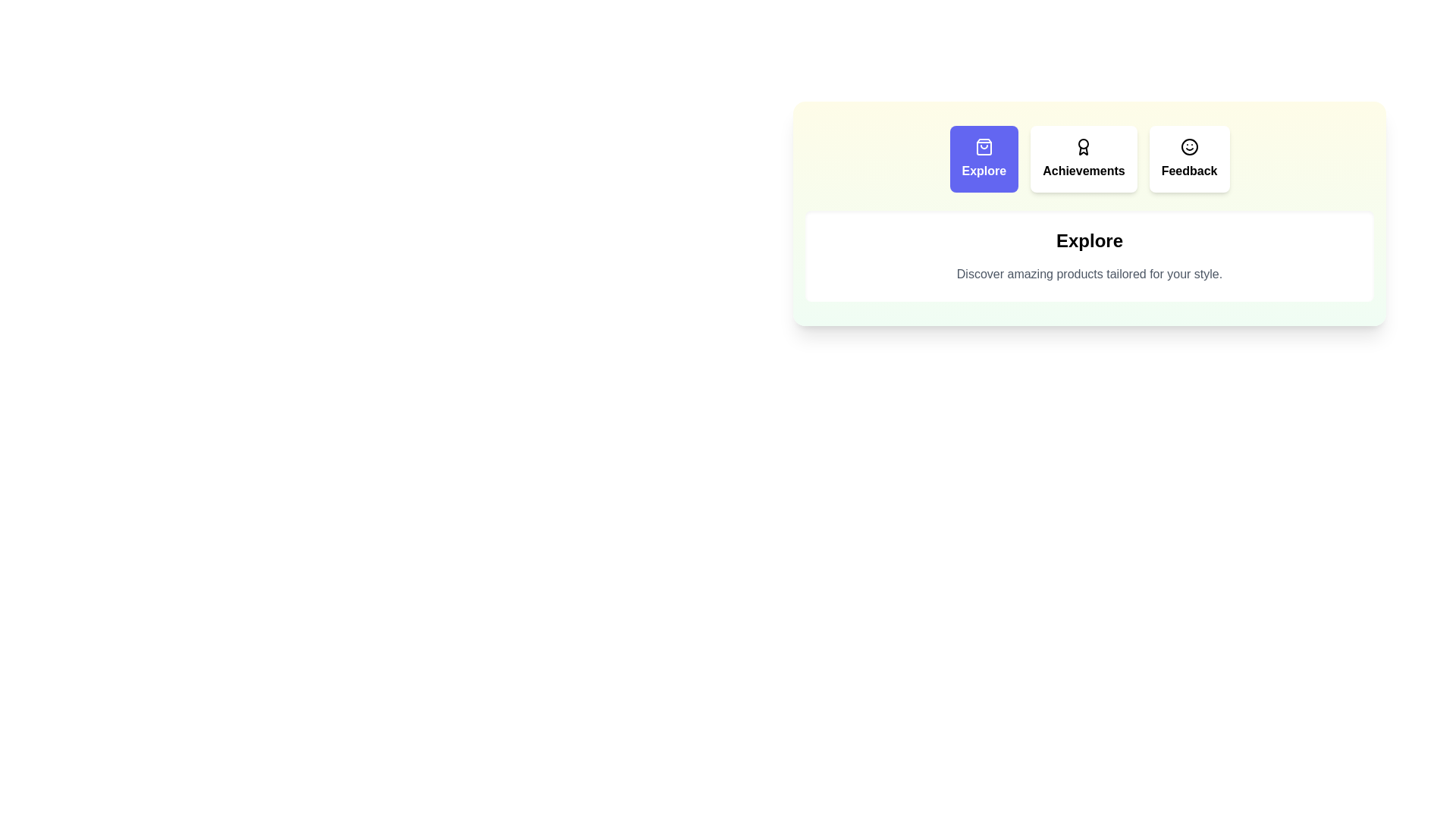 The width and height of the screenshot is (1456, 819). Describe the element at coordinates (983, 158) in the screenshot. I see `the Explore tab by clicking on its respective title or icon` at that location.